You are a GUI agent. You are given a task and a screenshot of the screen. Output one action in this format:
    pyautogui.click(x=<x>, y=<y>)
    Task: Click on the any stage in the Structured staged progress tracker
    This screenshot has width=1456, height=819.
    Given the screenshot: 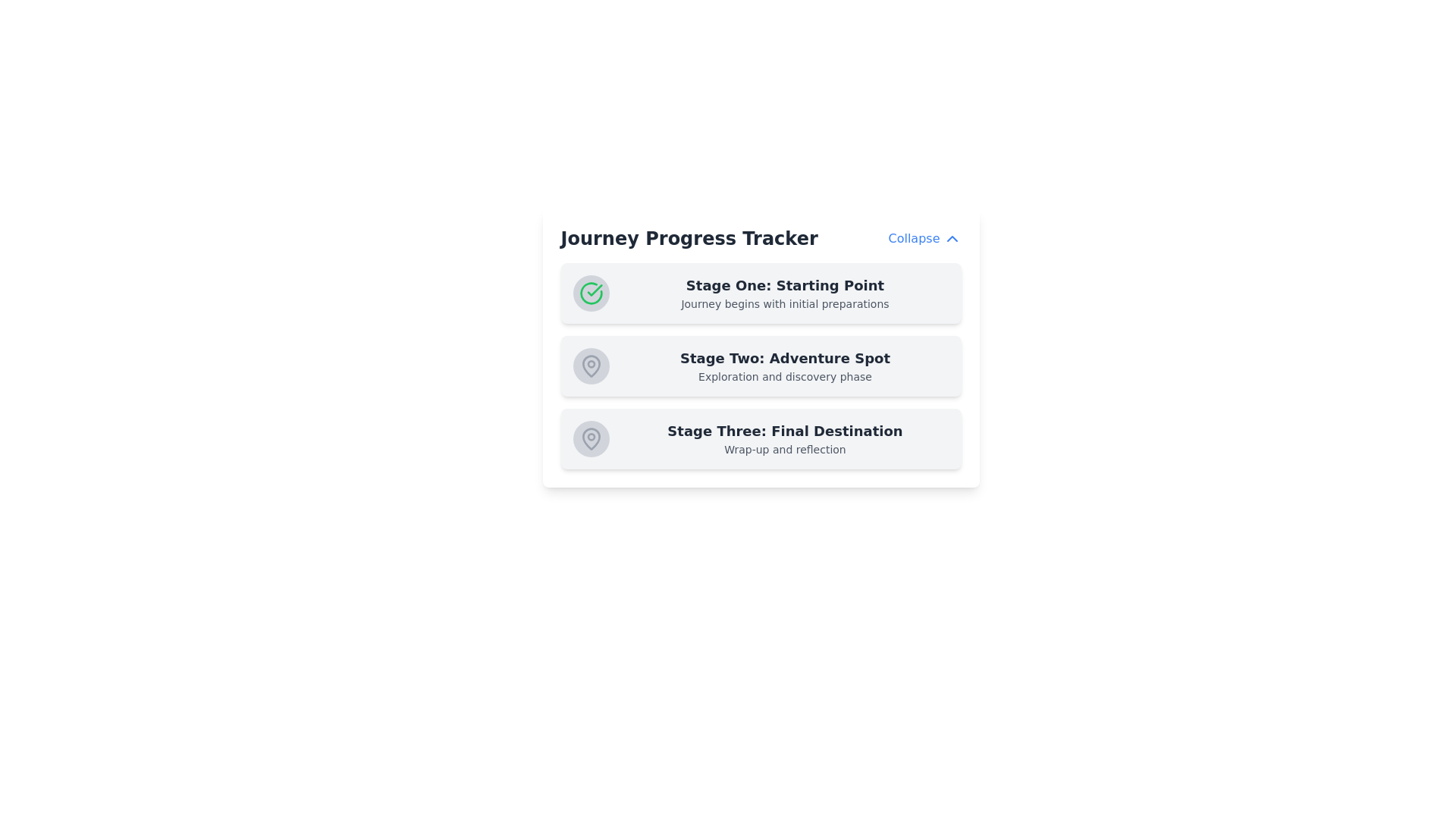 What is the action you would take?
    pyautogui.click(x=761, y=366)
    